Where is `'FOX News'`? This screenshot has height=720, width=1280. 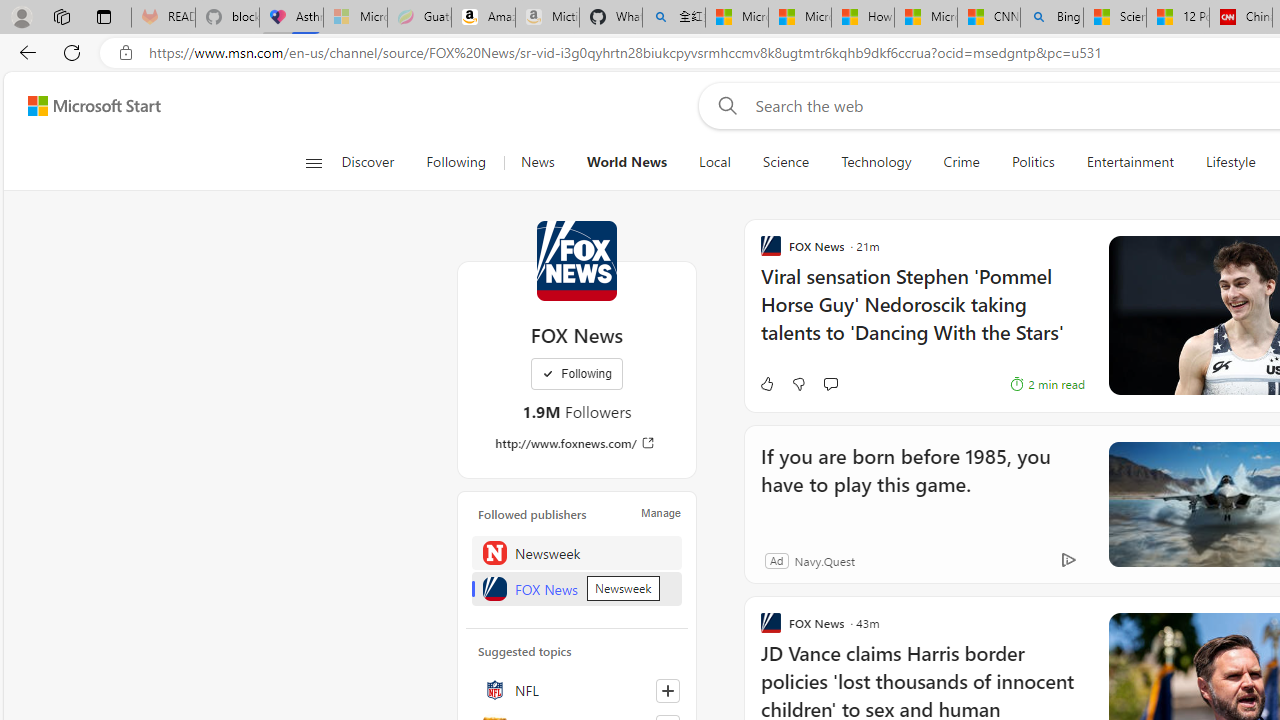
'FOX News' is located at coordinates (576, 260).